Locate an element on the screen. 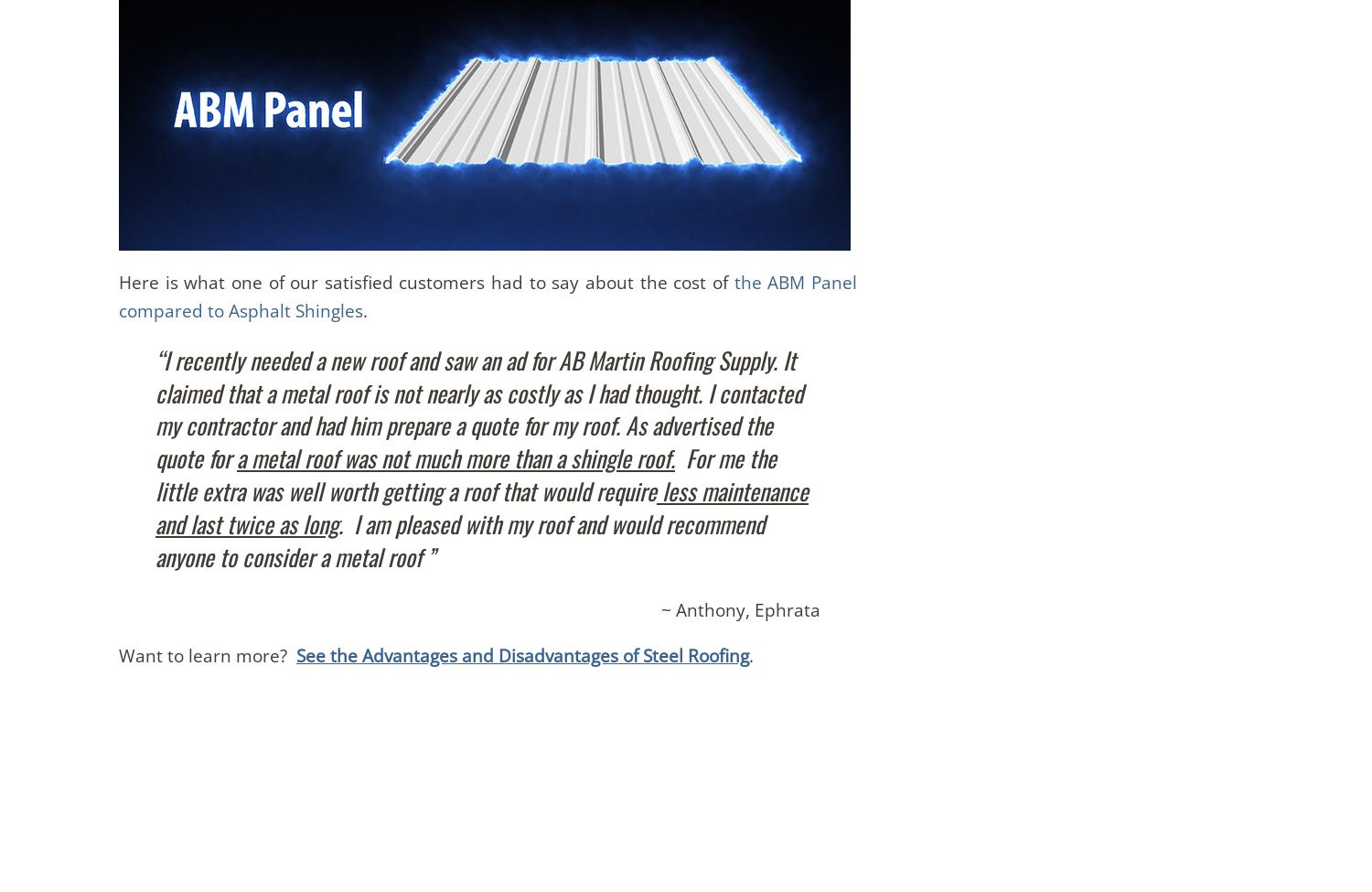 This screenshot has height=892, width=1372. '“I recently needed a new roof and saw an ad for AB Martin Roofing Supply. It claimed that a metal roof is not nearly as costly as I had thought. I contacted my contractor and had him prepare a quote for my roof. As advertised the quote for' is located at coordinates (478, 407).